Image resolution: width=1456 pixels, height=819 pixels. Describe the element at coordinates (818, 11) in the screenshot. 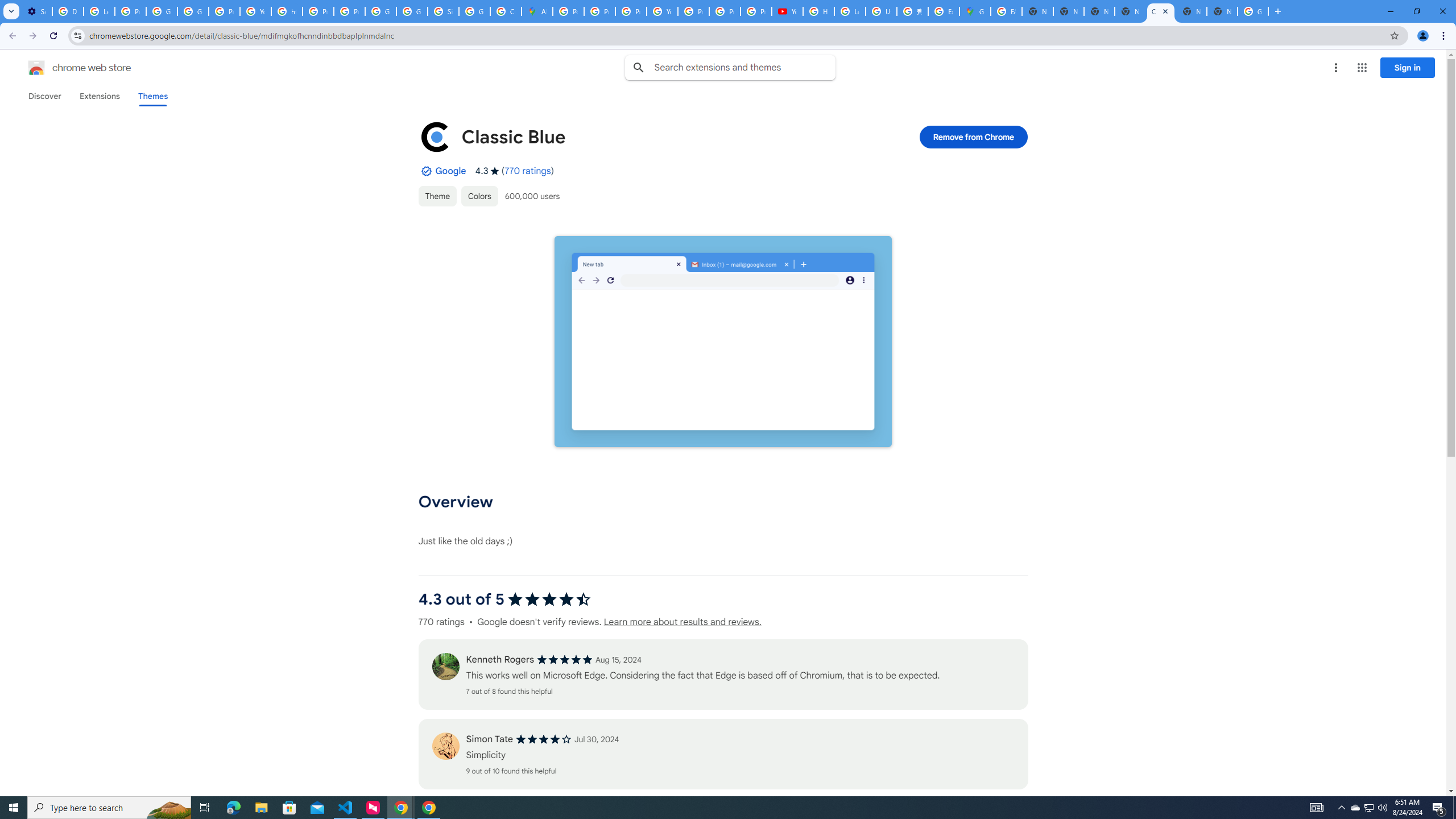

I see `'How Chrome protects your passwords - Google Chrome Help'` at that location.